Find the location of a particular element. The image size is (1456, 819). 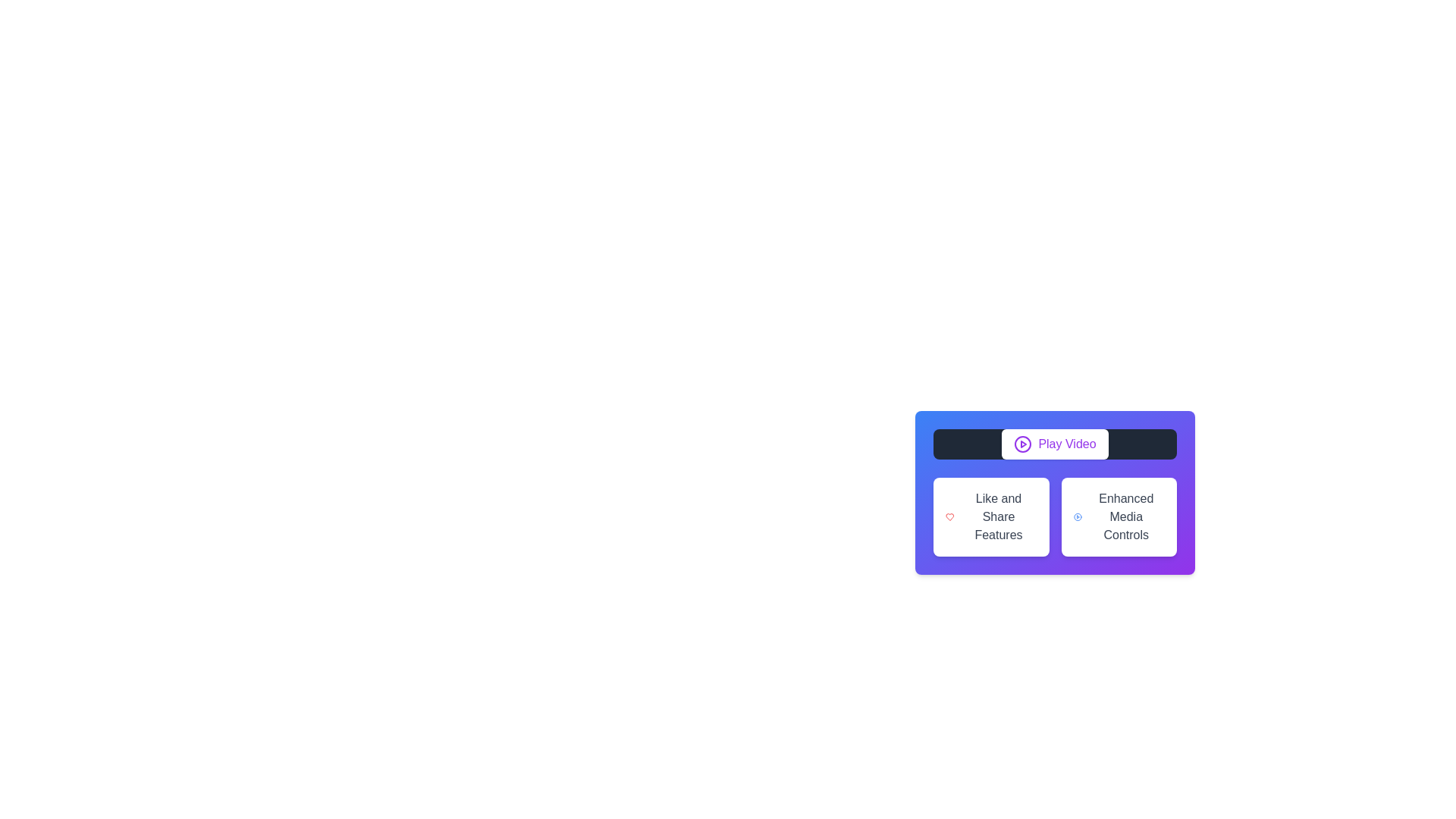

the heart icon styled in red that denotes a 'like' action, located at the top-left within the 'Like and Share Features' card to like the associated content is located at coordinates (949, 516).